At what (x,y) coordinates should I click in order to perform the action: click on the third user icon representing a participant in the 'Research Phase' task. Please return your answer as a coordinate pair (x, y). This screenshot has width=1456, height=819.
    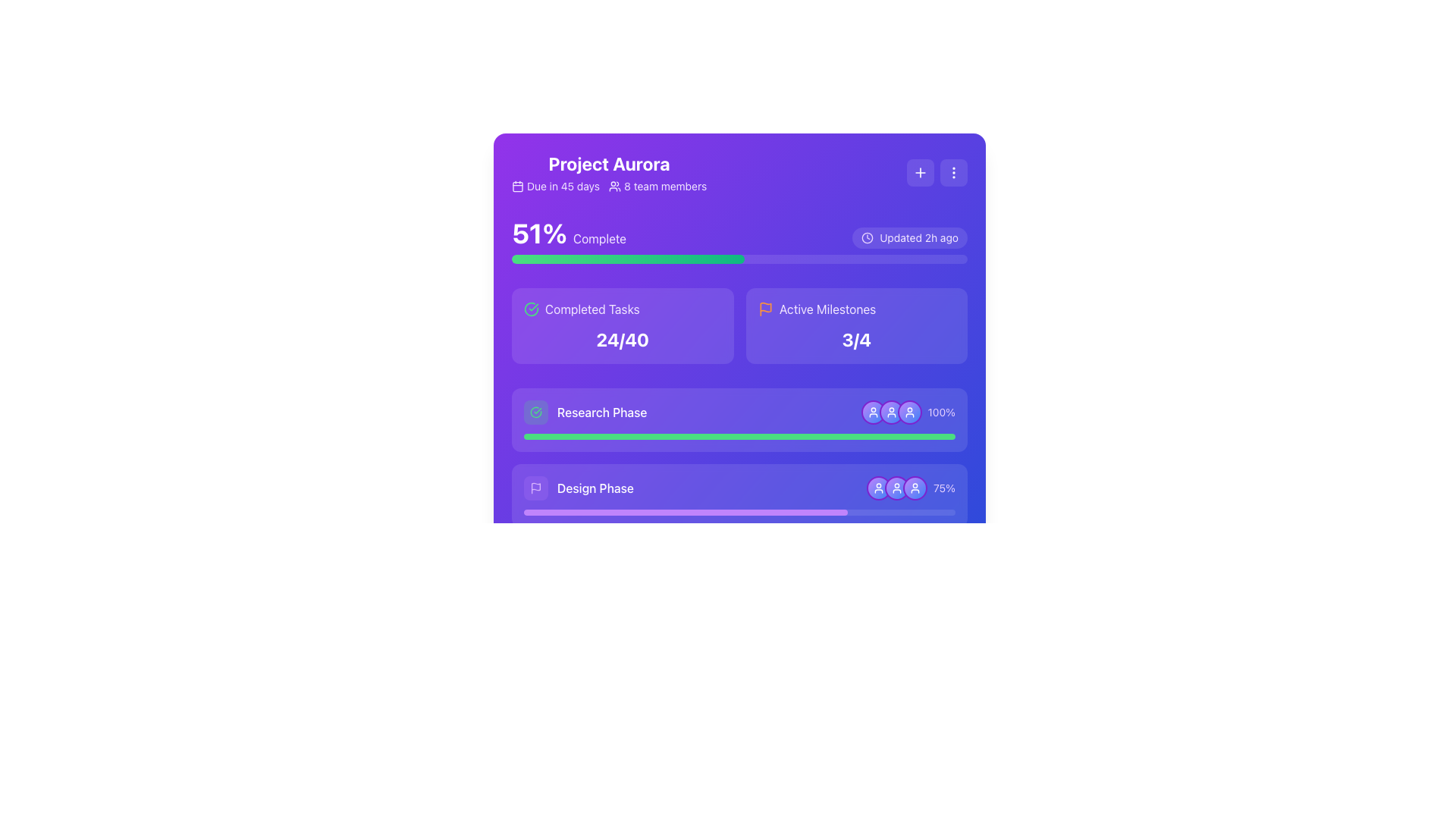
    Looking at the image, I should click on (909, 412).